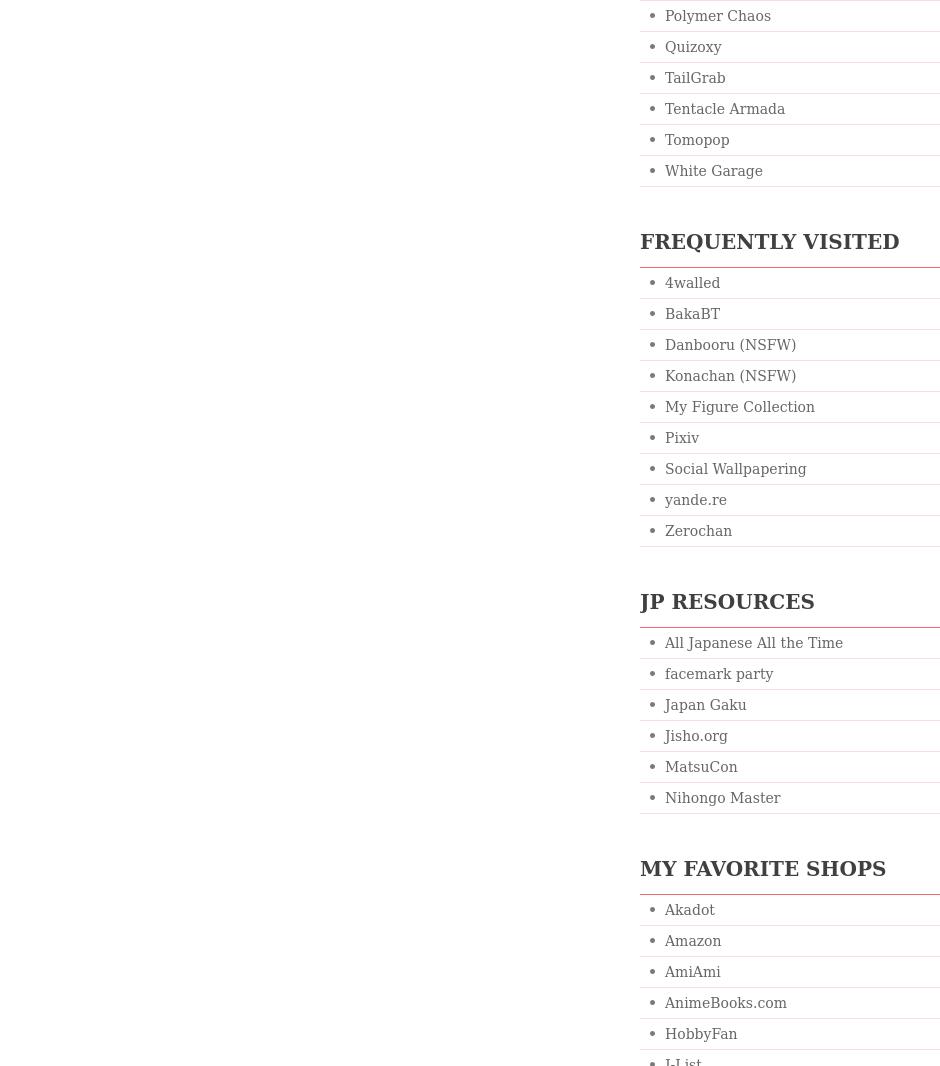 This screenshot has width=940, height=1066. I want to click on 'BakaBT', so click(691, 314).